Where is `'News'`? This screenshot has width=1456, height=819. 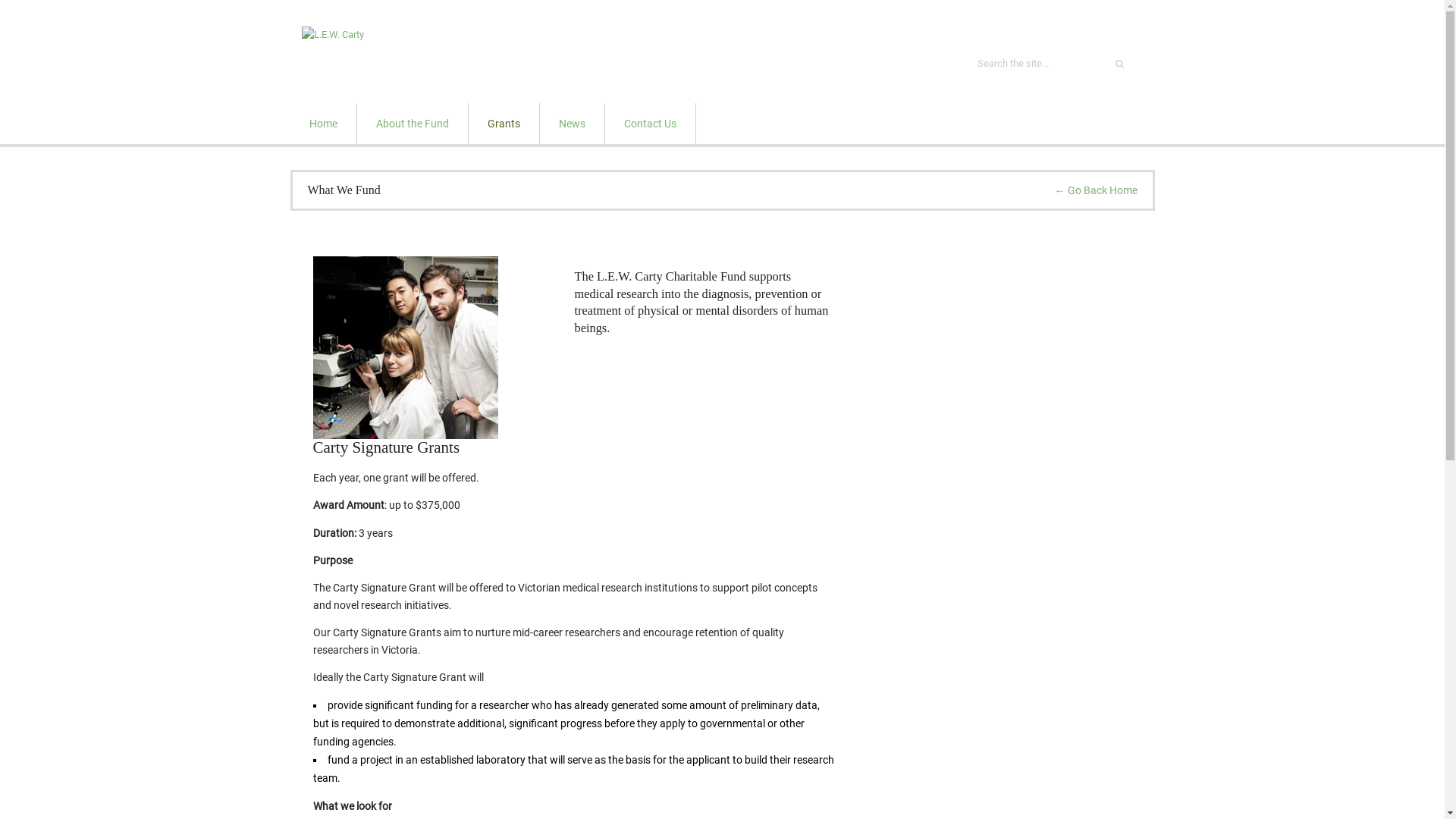 'News' is located at coordinates (570, 122).